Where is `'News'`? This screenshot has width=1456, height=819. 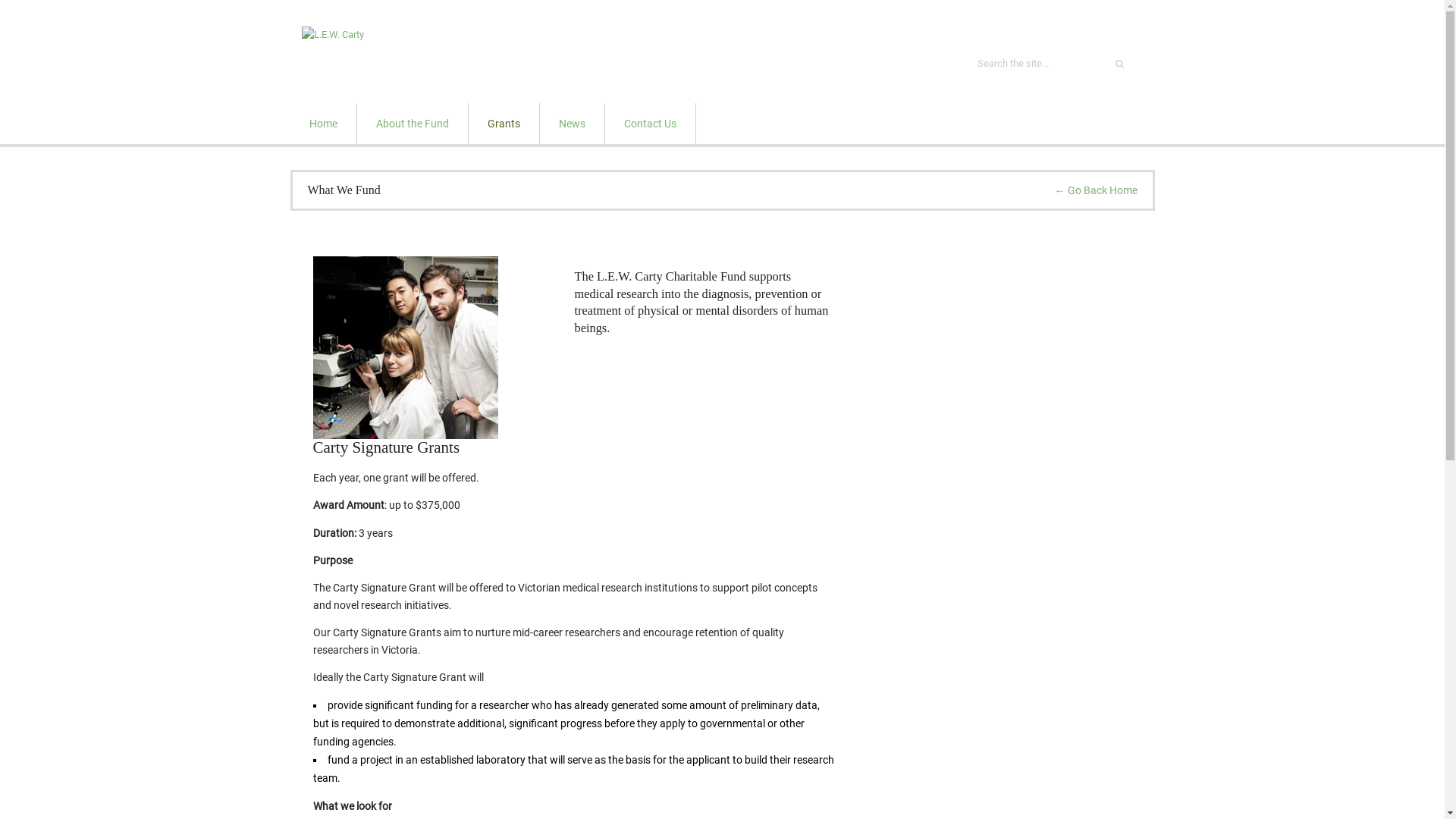 'News' is located at coordinates (570, 122).